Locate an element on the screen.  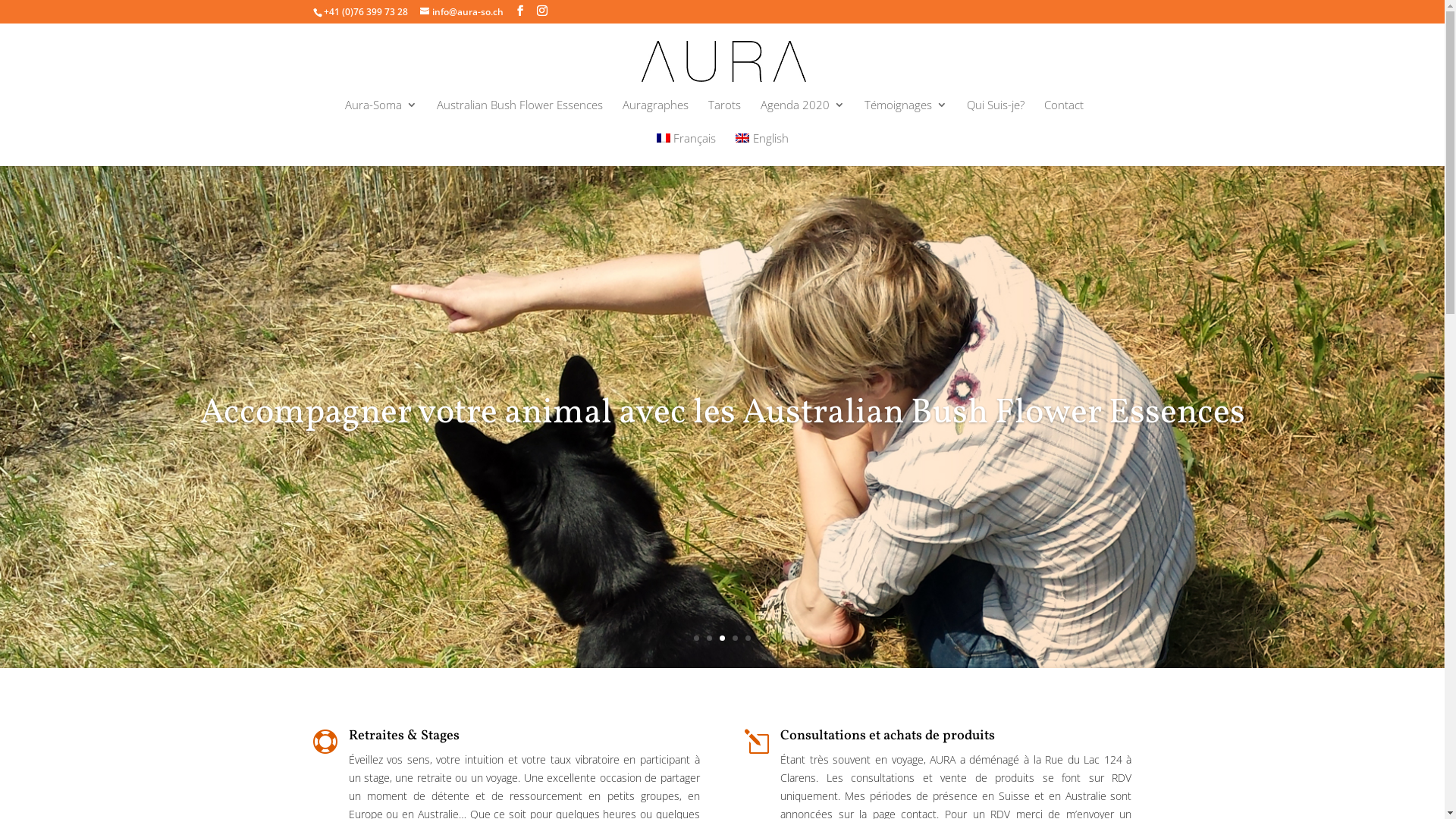
'l' is located at coordinates (757, 741).